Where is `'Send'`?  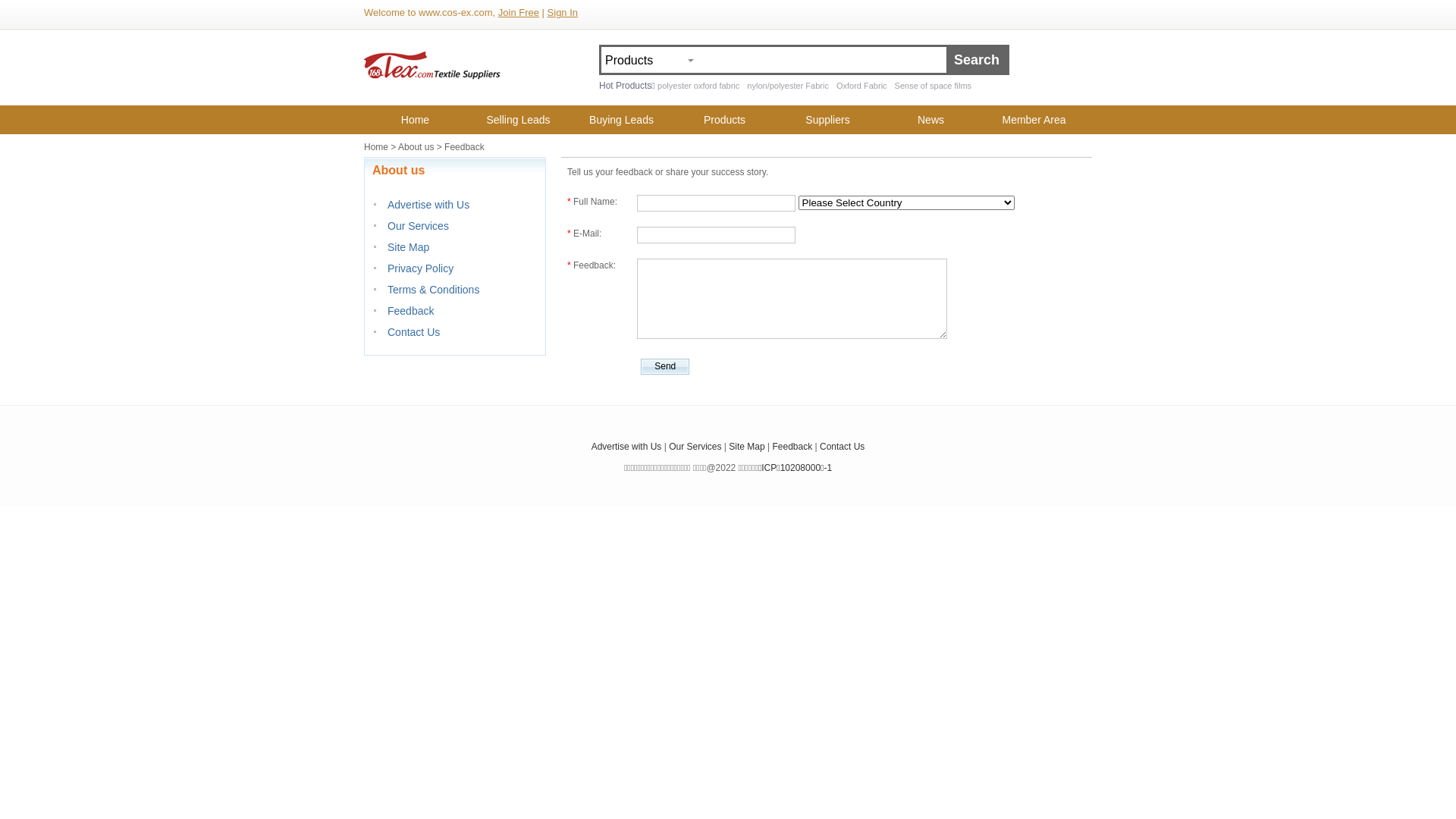 'Send' is located at coordinates (665, 366).